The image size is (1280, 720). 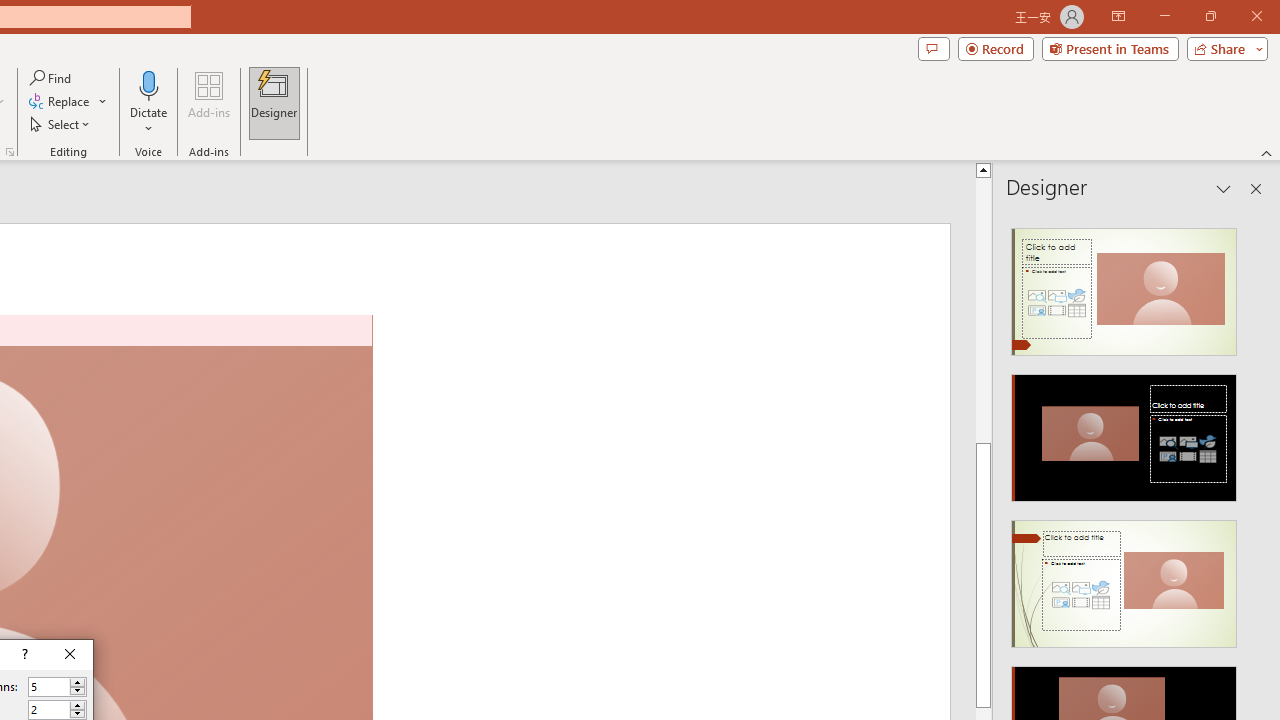 I want to click on 'Number of columns', so click(x=57, y=685).